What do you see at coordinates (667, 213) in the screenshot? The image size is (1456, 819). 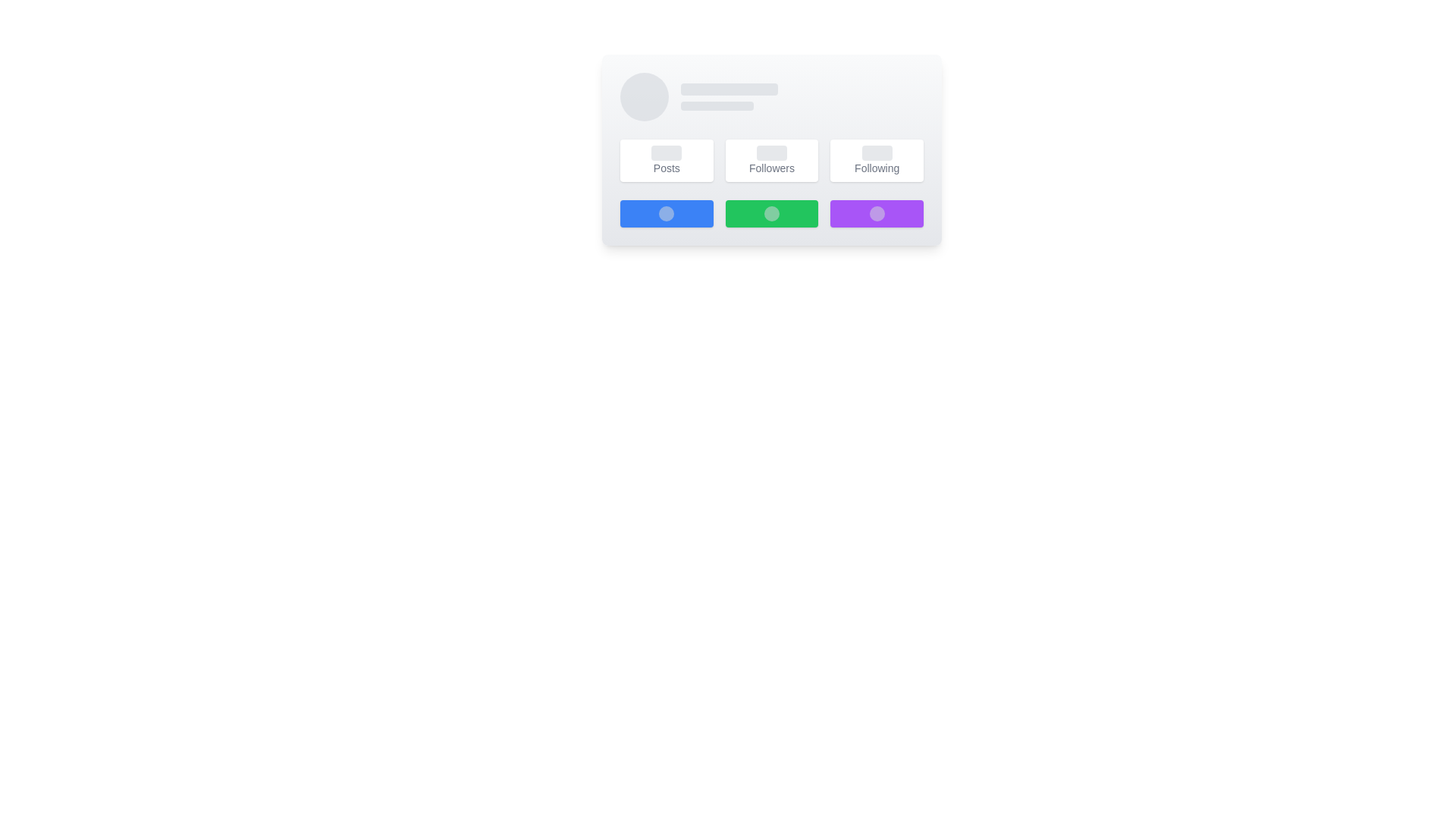 I see `the blue rectangular button with rounded corners, which has a light blue circular decoration inside` at bounding box center [667, 213].